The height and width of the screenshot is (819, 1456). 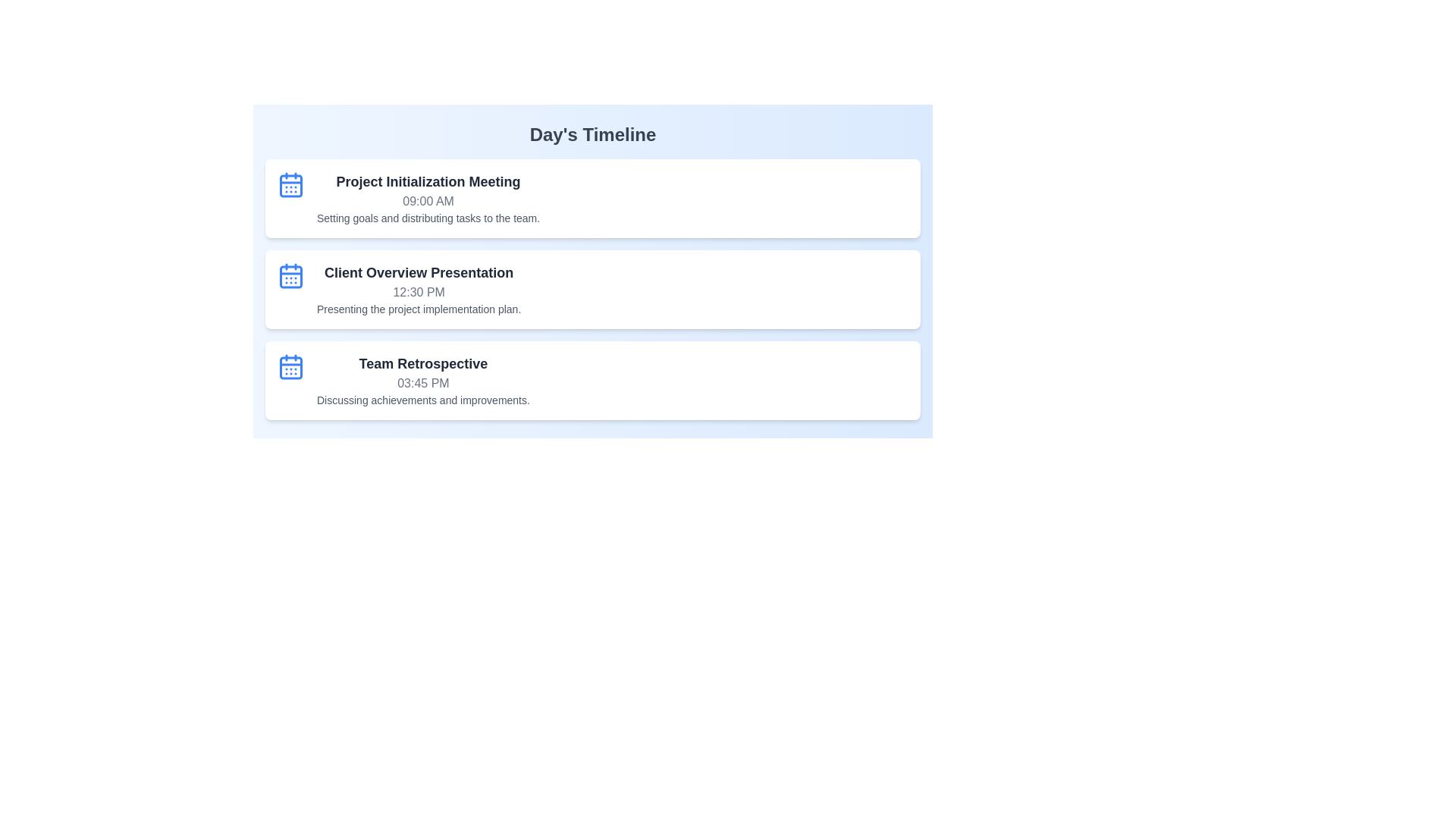 I want to click on the timeline card representing the event titled 'Team Retrospective', which is the third and last card in the list of events, so click(x=592, y=379).